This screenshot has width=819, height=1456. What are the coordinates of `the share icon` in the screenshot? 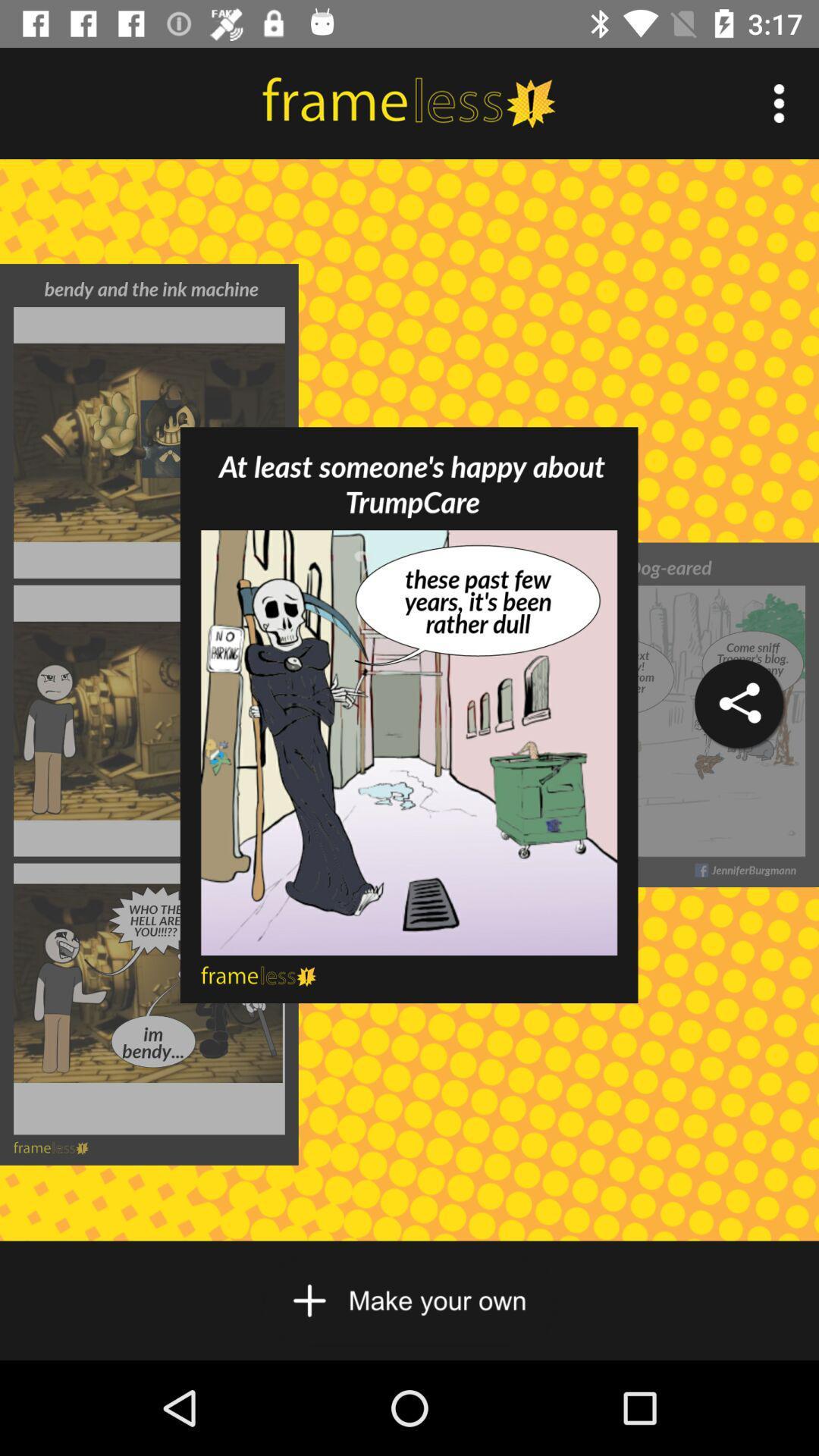 It's located at (738, 703).